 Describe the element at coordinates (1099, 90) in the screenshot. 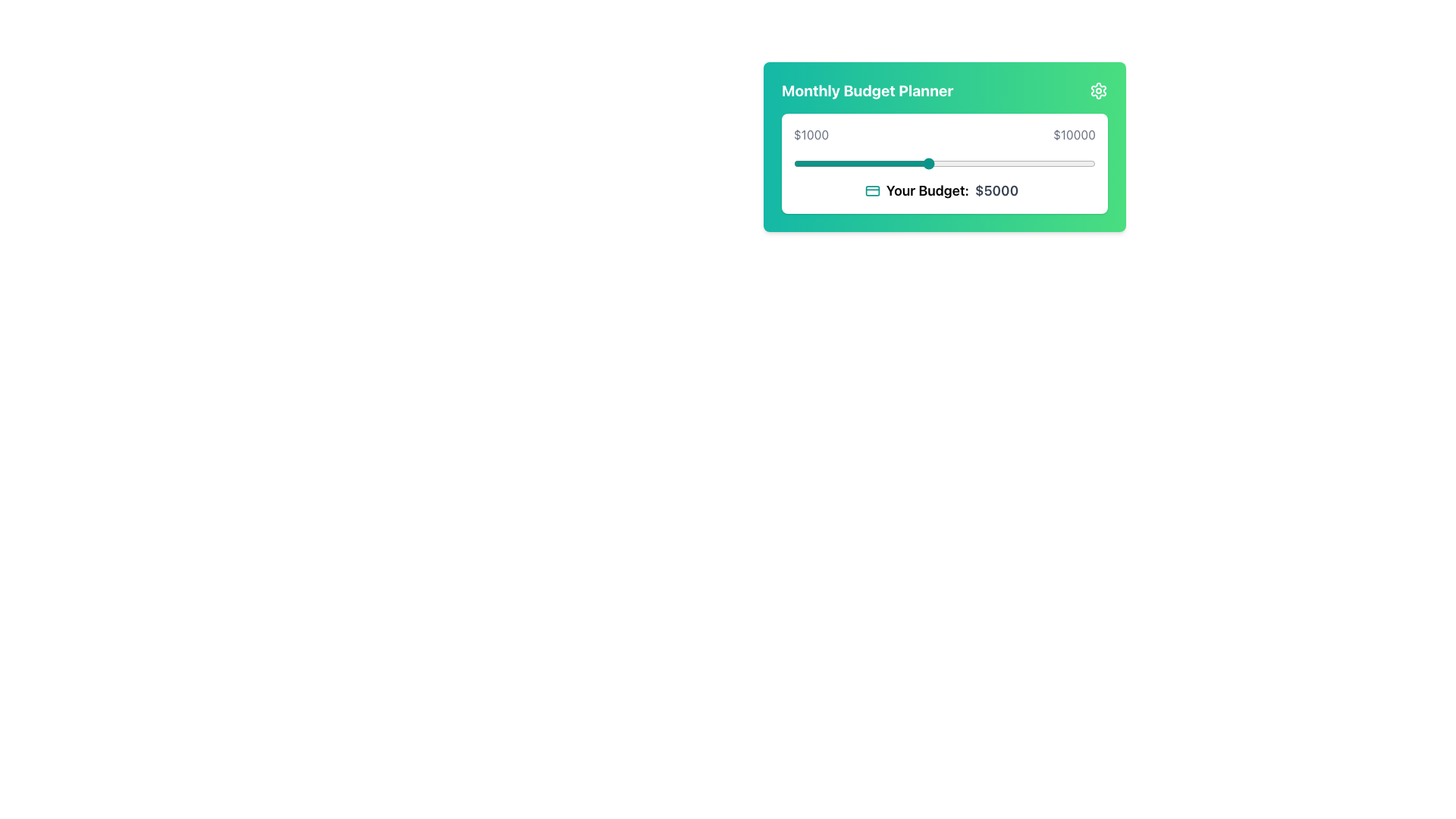

I see `the gear-shaped icon button located` at that location.